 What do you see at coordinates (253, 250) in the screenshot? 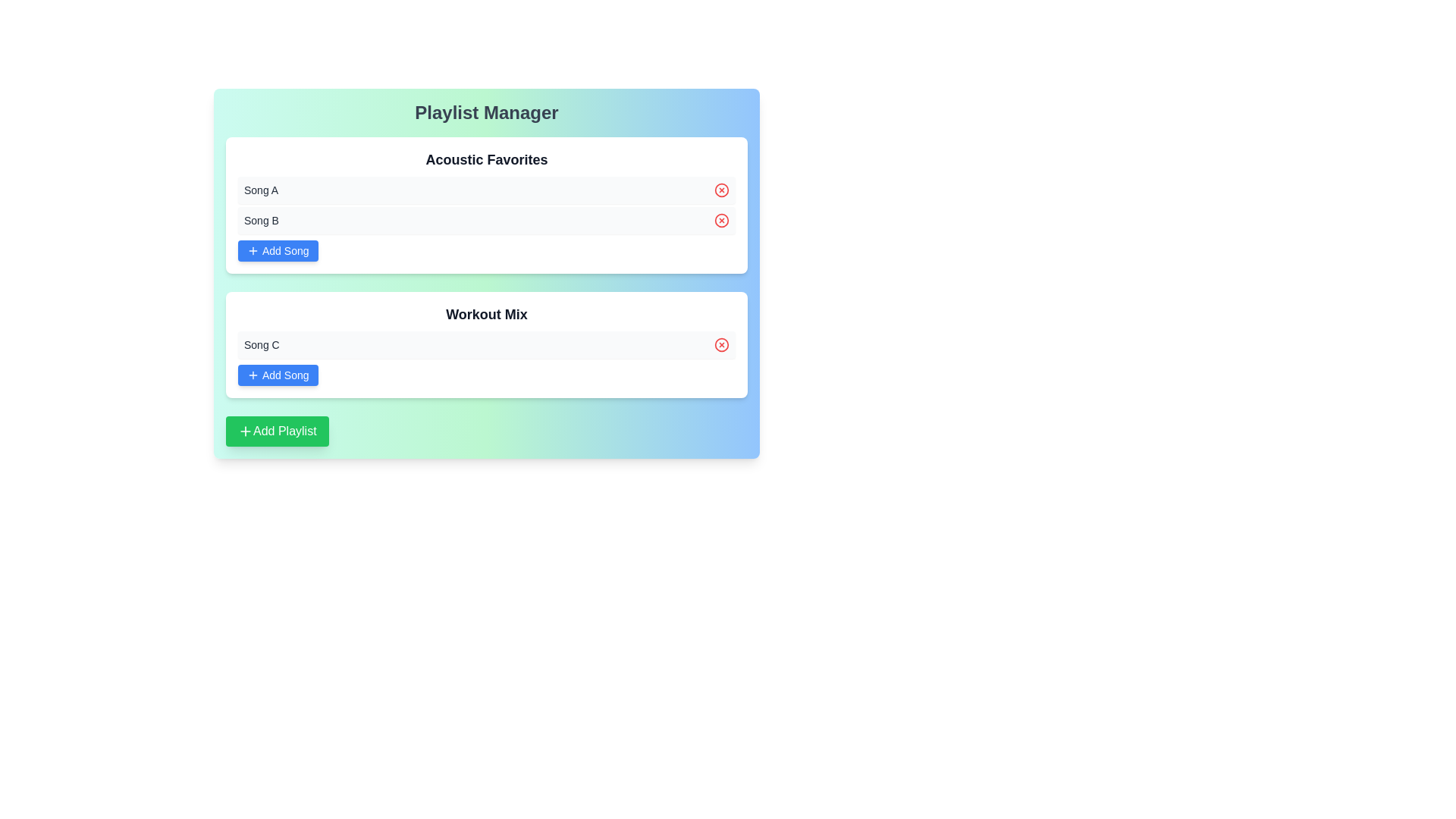
I see `the 'Add Song' button, which contains a small plus icon on the left side` at bounding box center [253, 250].